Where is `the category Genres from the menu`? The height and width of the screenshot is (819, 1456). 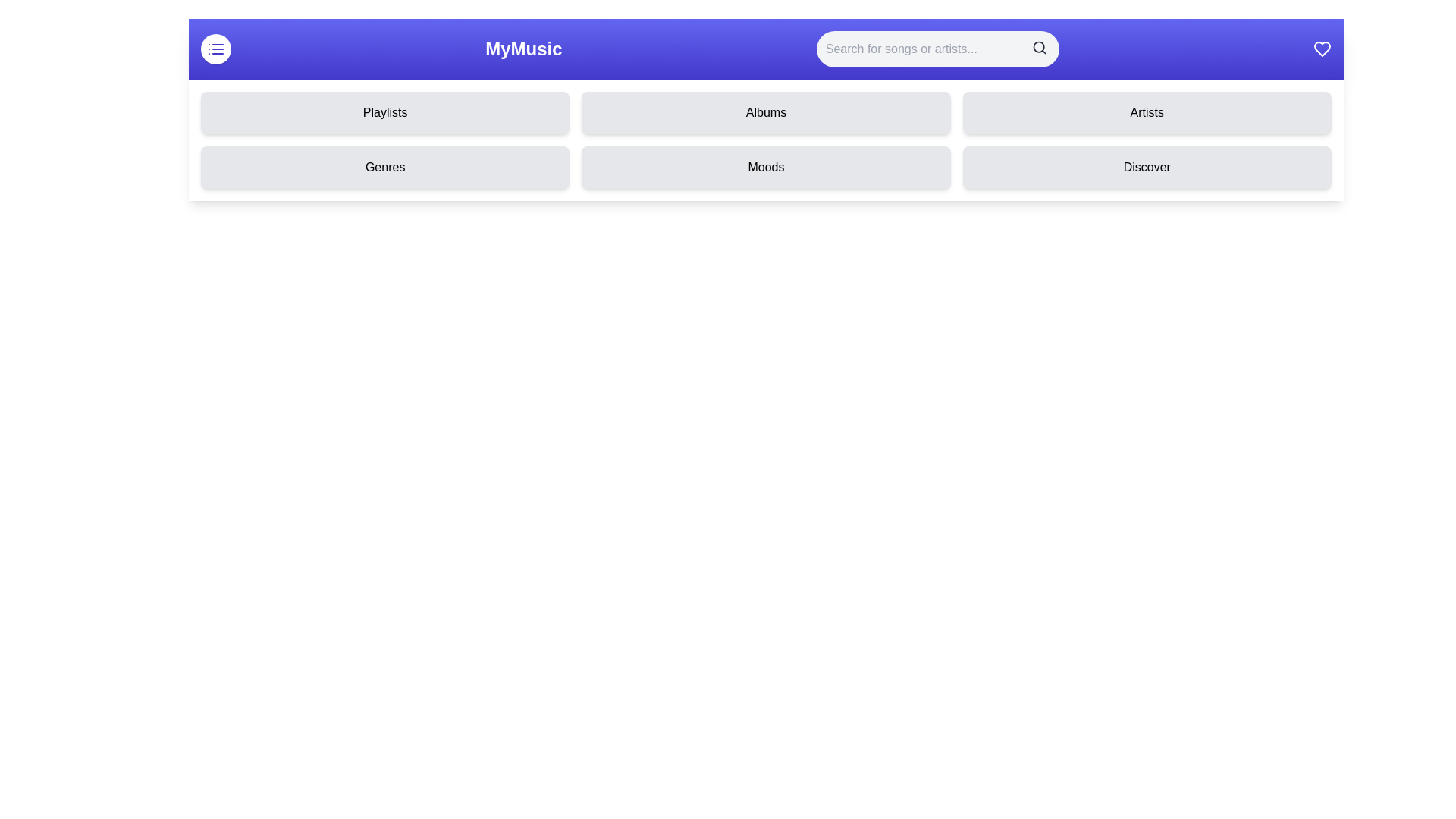
the category Genres from the menu is located at coordinates (385, 167).